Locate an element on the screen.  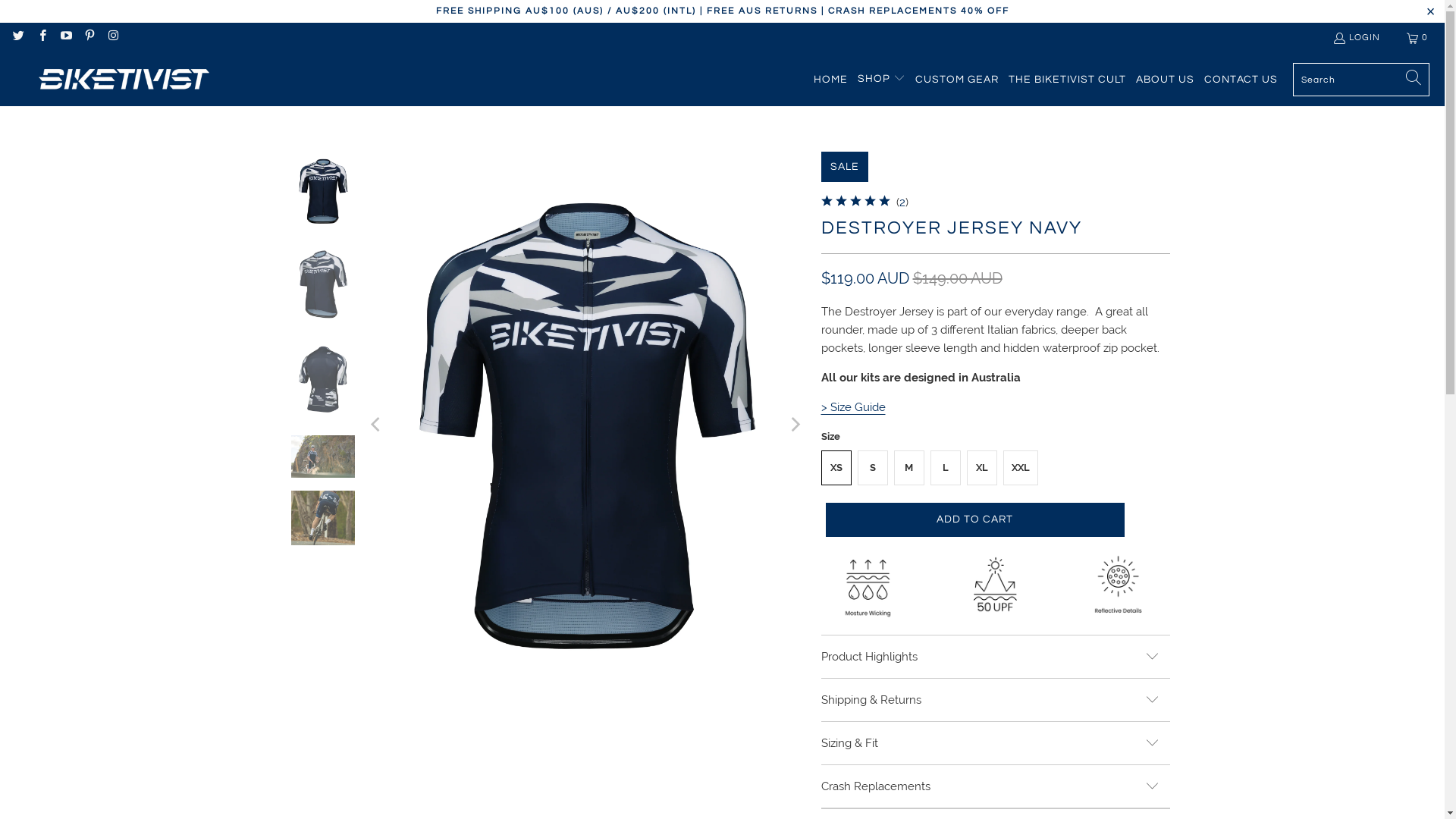
'CONTACT US' is located at coordinates (1241, 79).